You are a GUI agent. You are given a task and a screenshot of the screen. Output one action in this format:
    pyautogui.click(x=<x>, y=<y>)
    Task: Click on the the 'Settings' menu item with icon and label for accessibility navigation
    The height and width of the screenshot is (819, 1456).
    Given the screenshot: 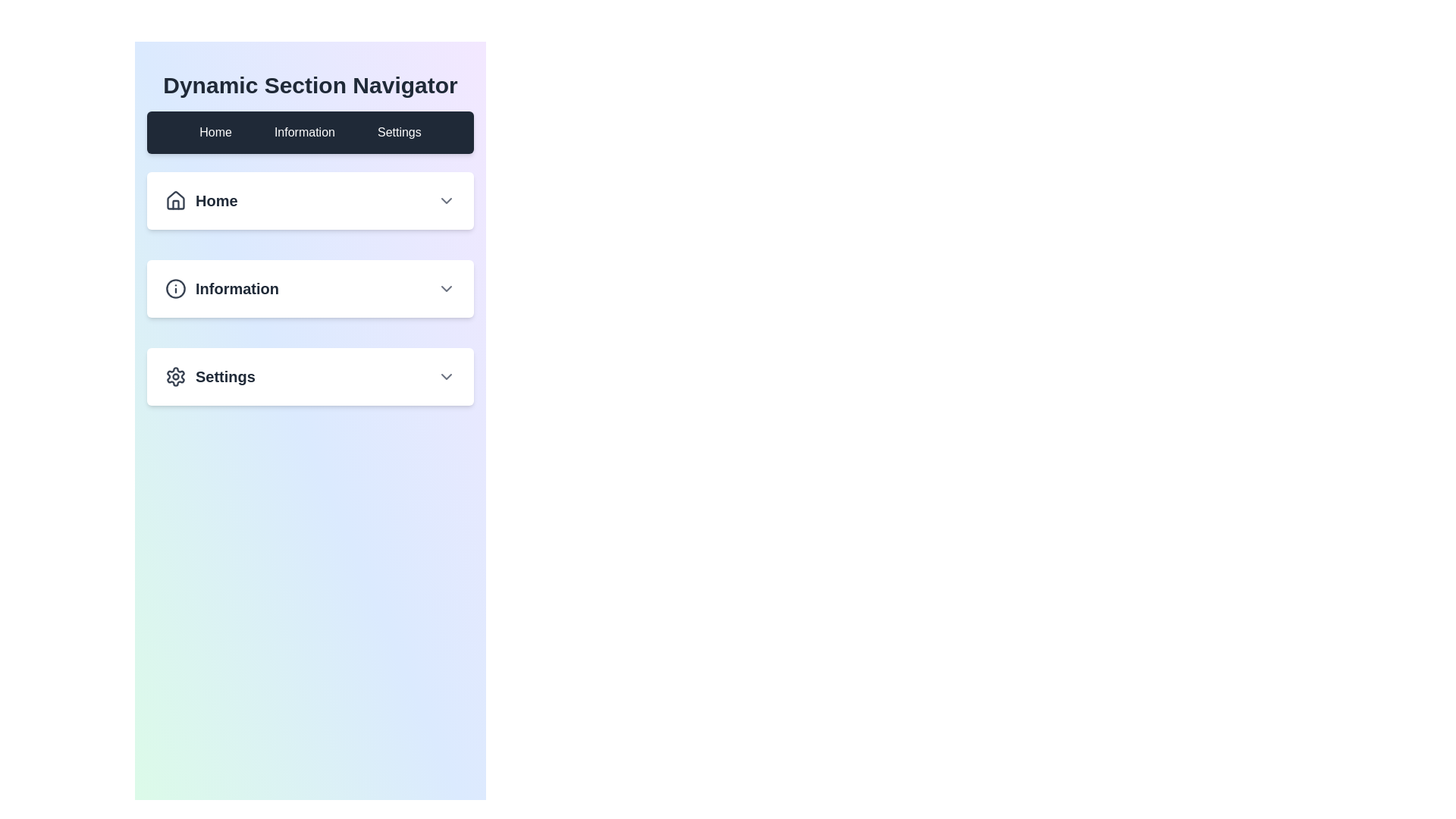 What is the action you would take?
    pyautogui.click(x=209, y=376)
    